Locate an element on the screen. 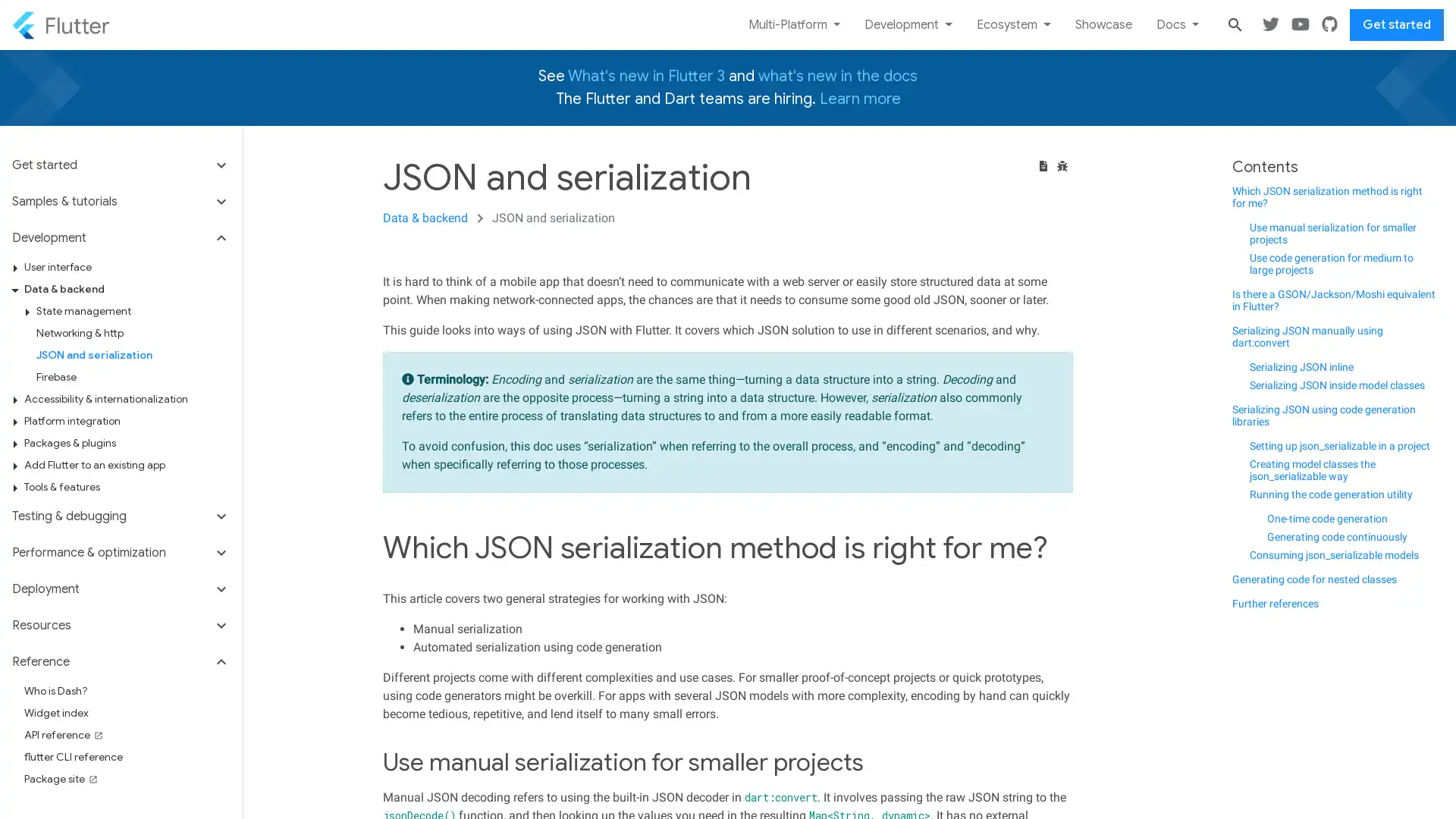 The image size is (1456, 819). Resources keyboard_arrow_down is located at coordinates (120, 626).